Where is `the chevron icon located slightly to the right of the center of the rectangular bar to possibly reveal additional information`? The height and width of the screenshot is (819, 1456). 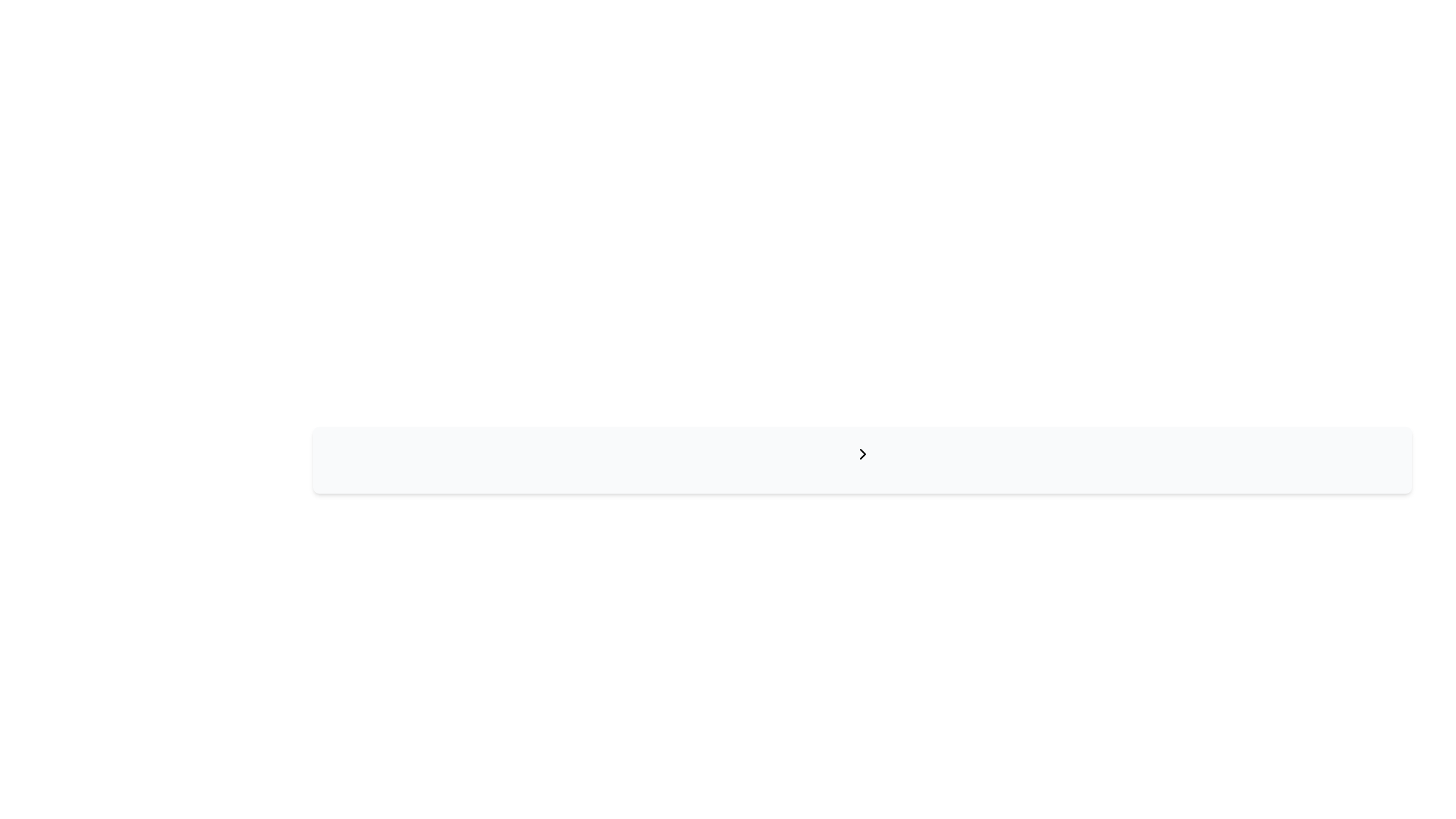 the chevron icon located slightly to the right of the center of the rectangular bar to possibly reveal additional information is located at coordinates (862, 453).